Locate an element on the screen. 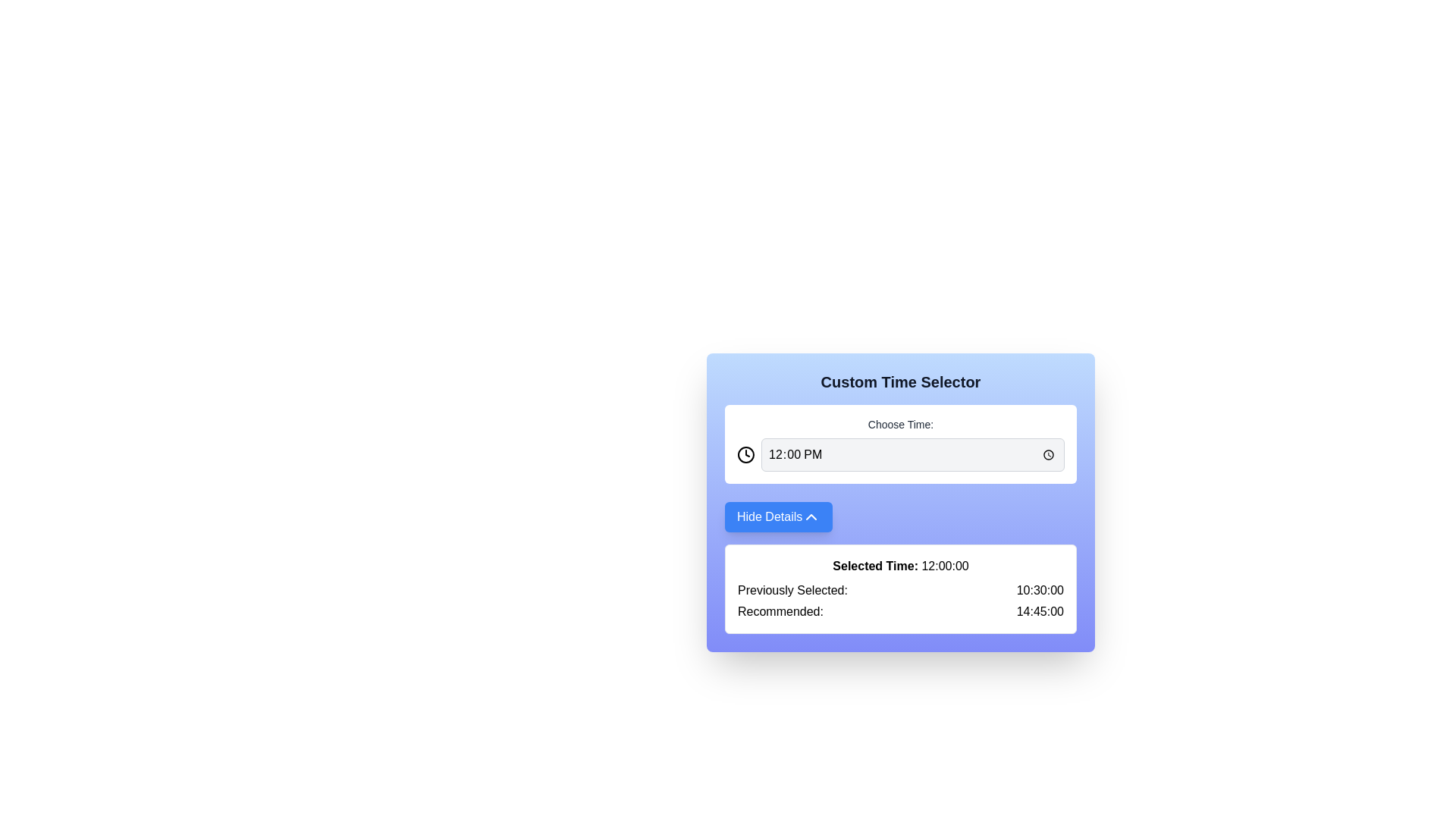 The image size is (1456, 819). the Chevron Icon located on the right side of the 'Hide Details' button is located at coordinates (811, 516).